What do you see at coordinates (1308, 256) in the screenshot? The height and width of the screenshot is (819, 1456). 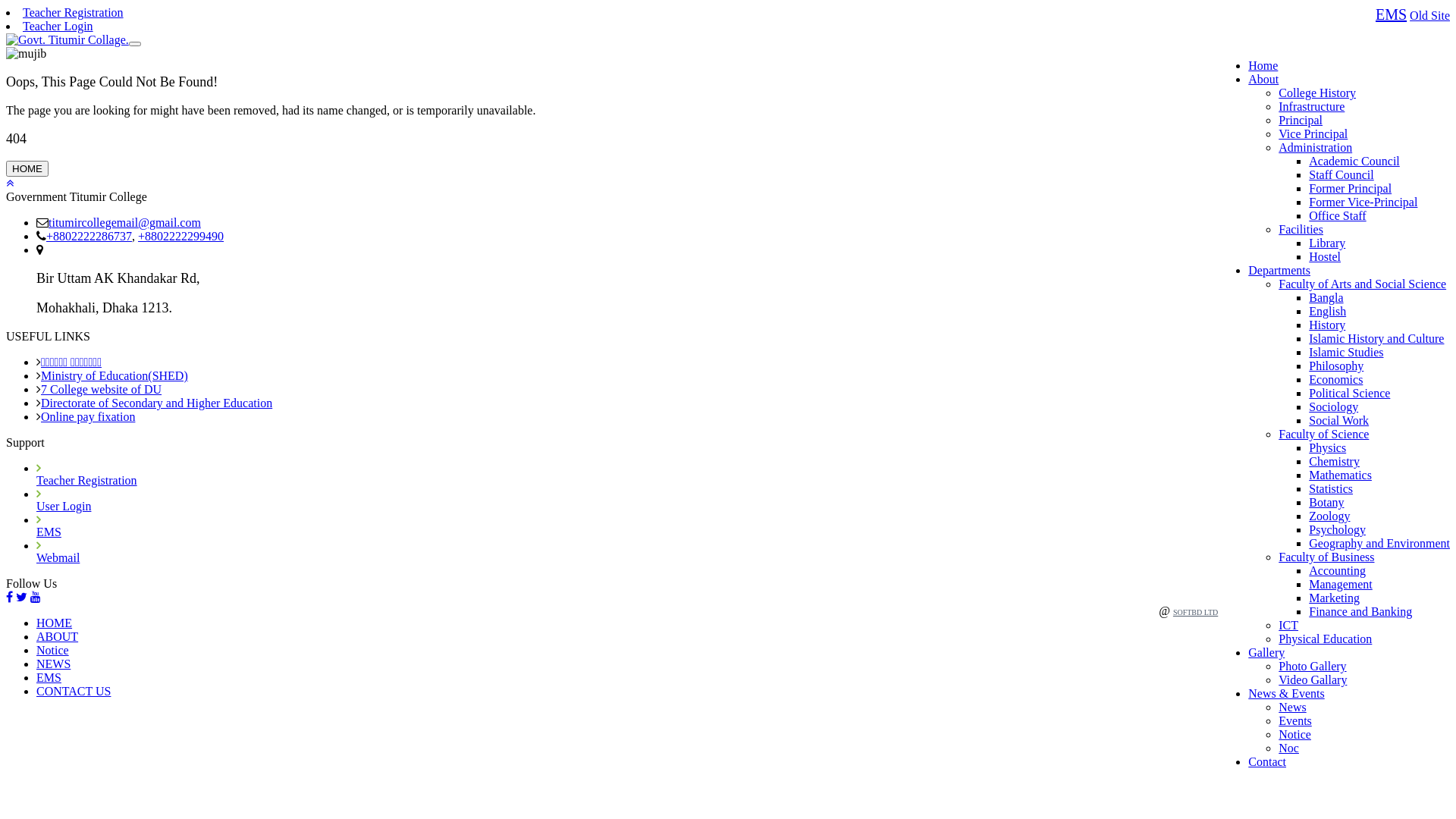 I see `'Hostel'` at bounding box center [1308, 256].